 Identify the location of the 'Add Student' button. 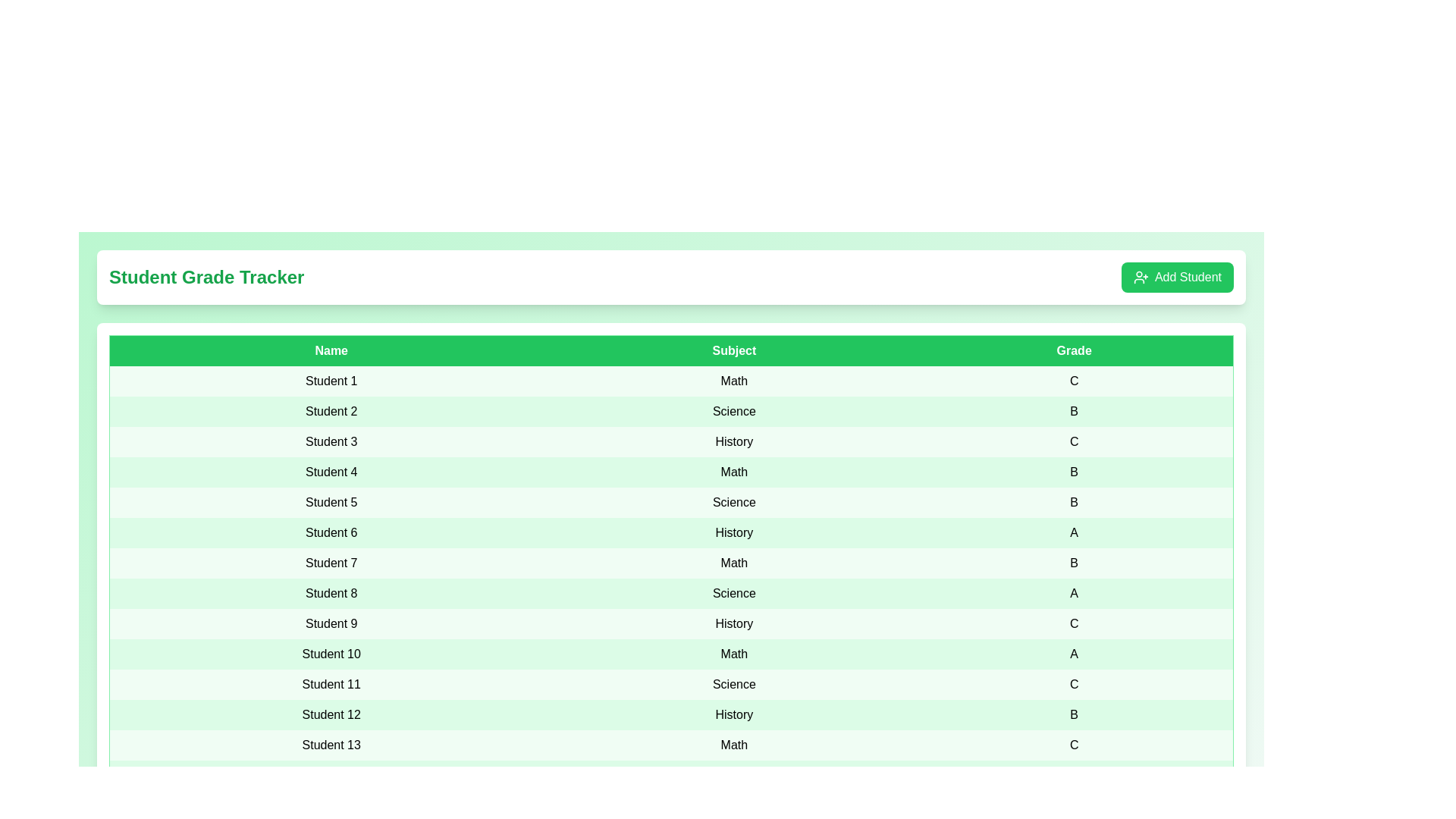
(1176, 278).